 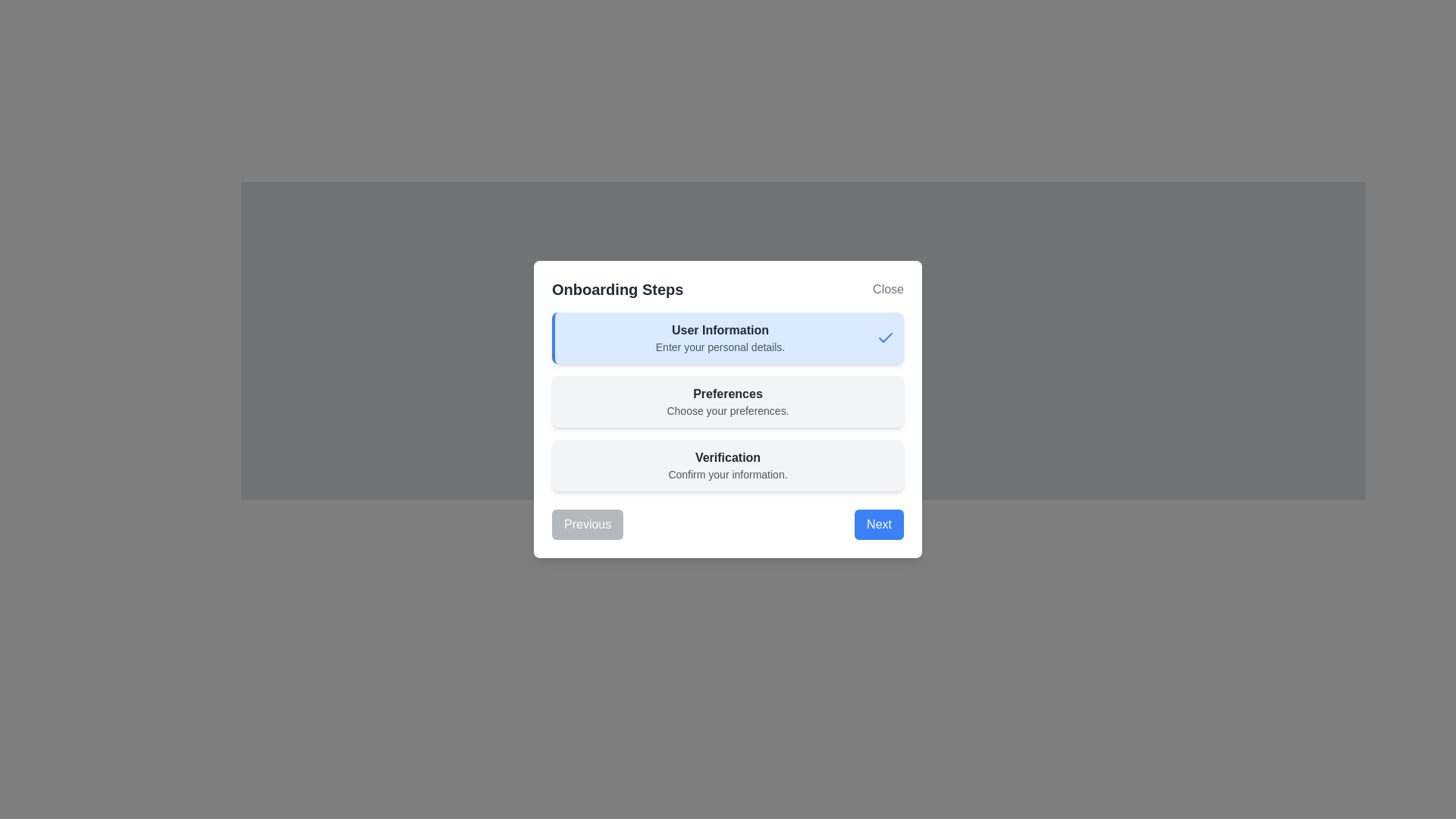 I want to click on the 'Preferences' informational card, so click(x=728, y=426).